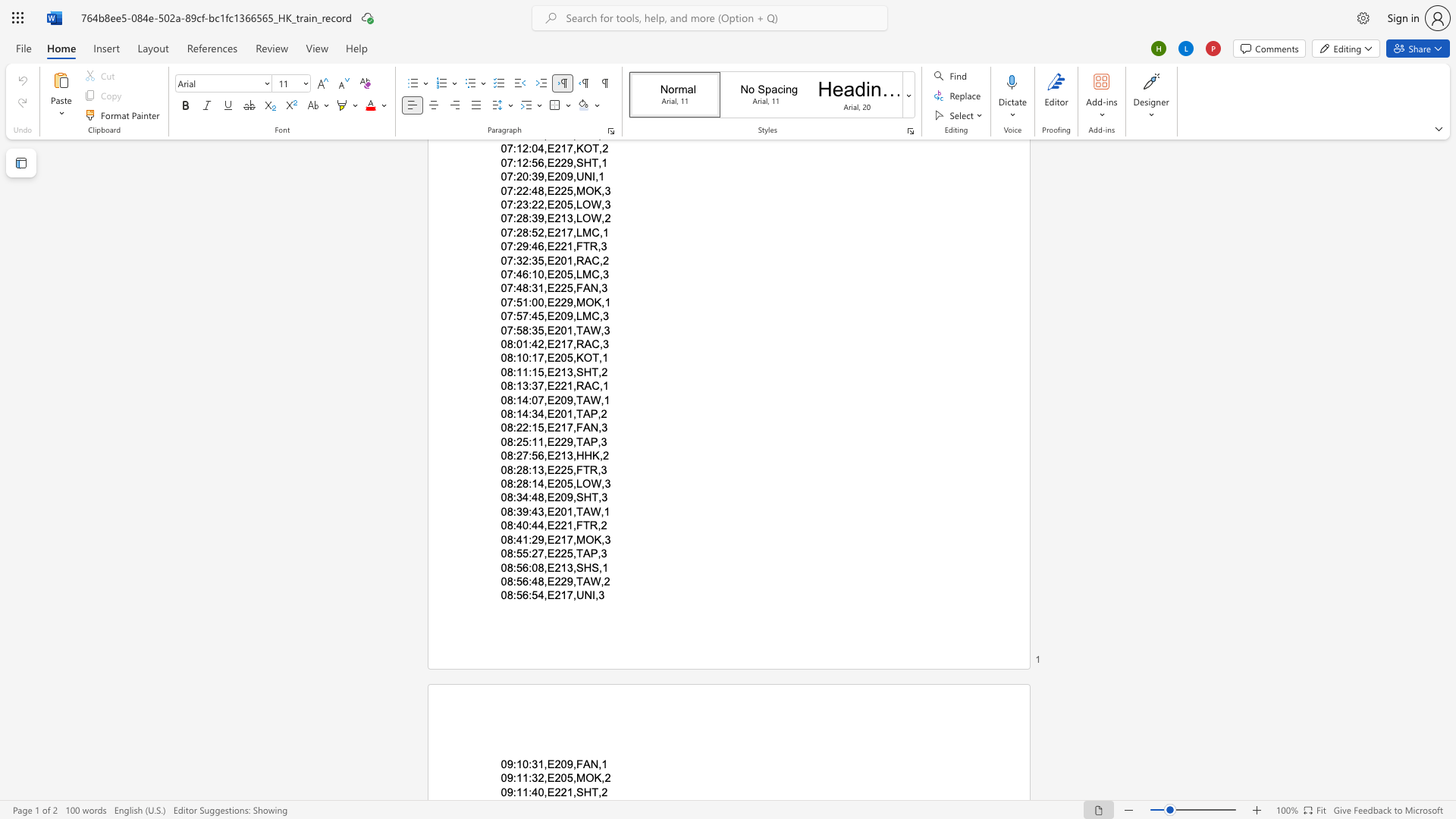 Image resolution: width=1456 pixels, height=819 pixels. Describe the element at coordinates (546, 778) in the screenshot. I see `the subset text "E205,MO" within the text "09:11:32,E205,MOK,2"` at that location.